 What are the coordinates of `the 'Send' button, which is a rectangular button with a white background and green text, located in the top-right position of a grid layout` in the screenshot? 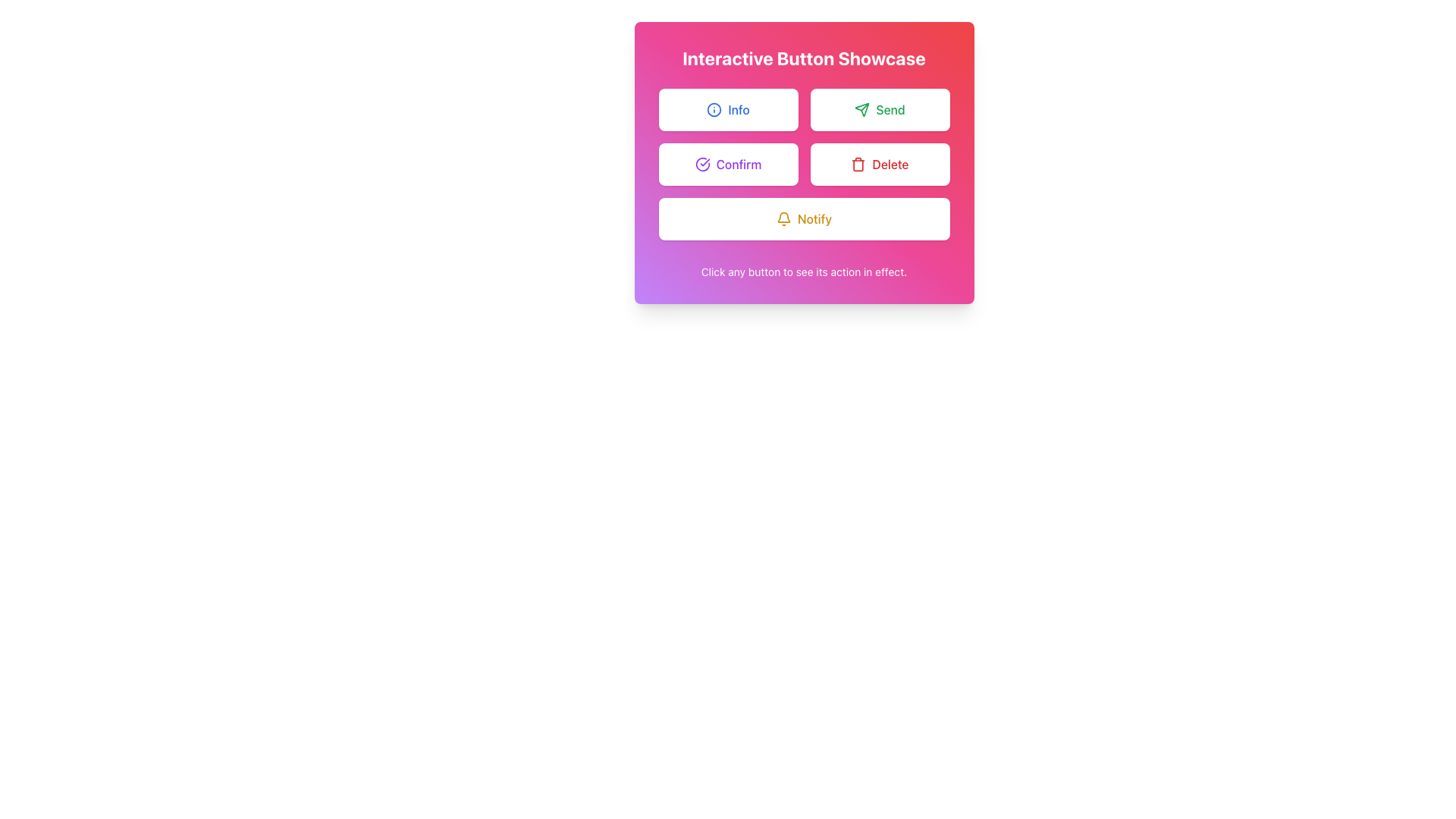 It's located at (880, 109).